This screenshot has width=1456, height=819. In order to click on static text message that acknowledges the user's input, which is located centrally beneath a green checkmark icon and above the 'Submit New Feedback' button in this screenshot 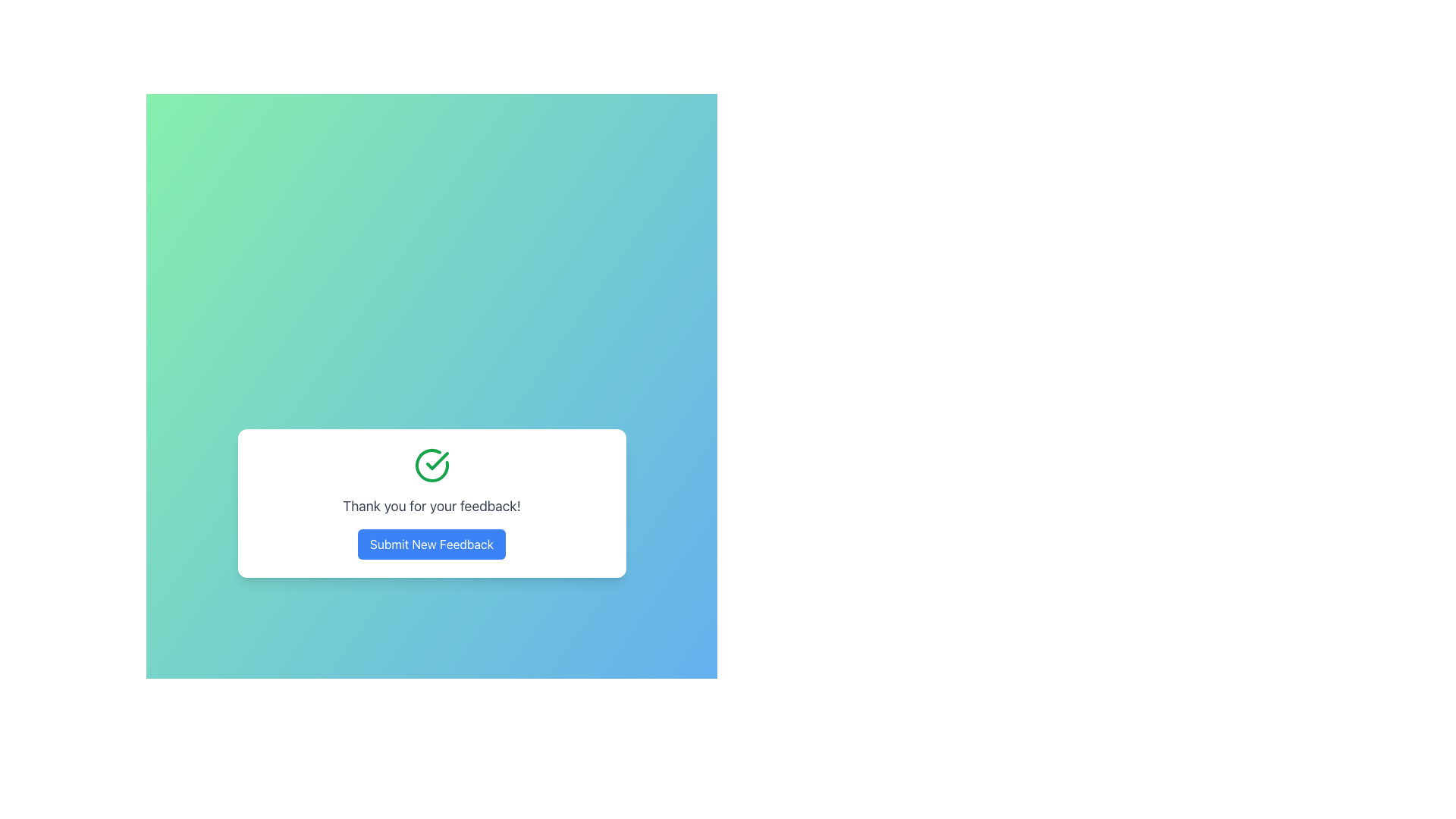, I will do `click(431, 506)`.